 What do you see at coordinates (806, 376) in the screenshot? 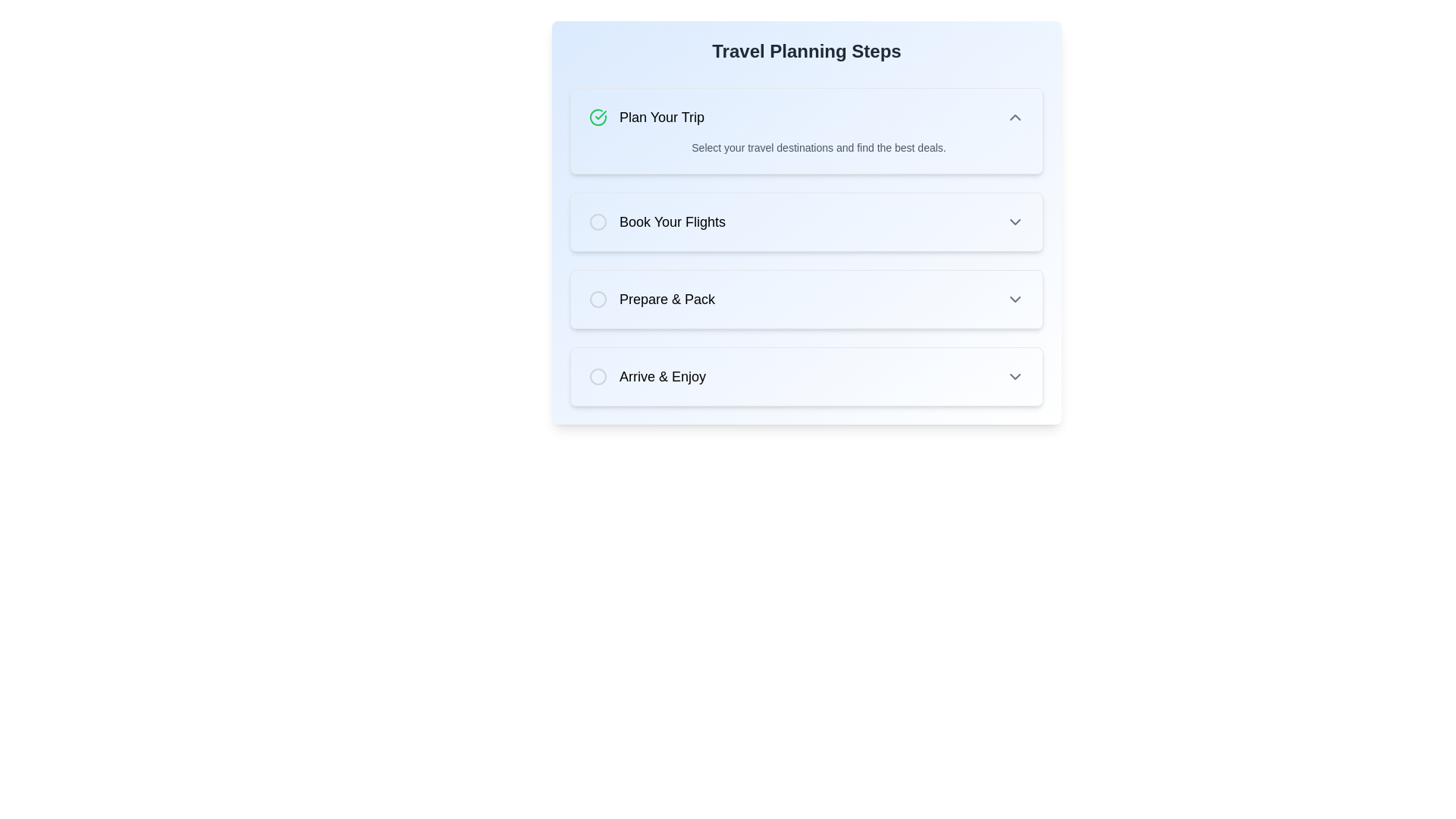
I see `the 'Arrive & Enjoy' button, which is the fourth button in the vertically-stacked menu under 'Travel Planning Steps'` at bounding box center [806, 376].